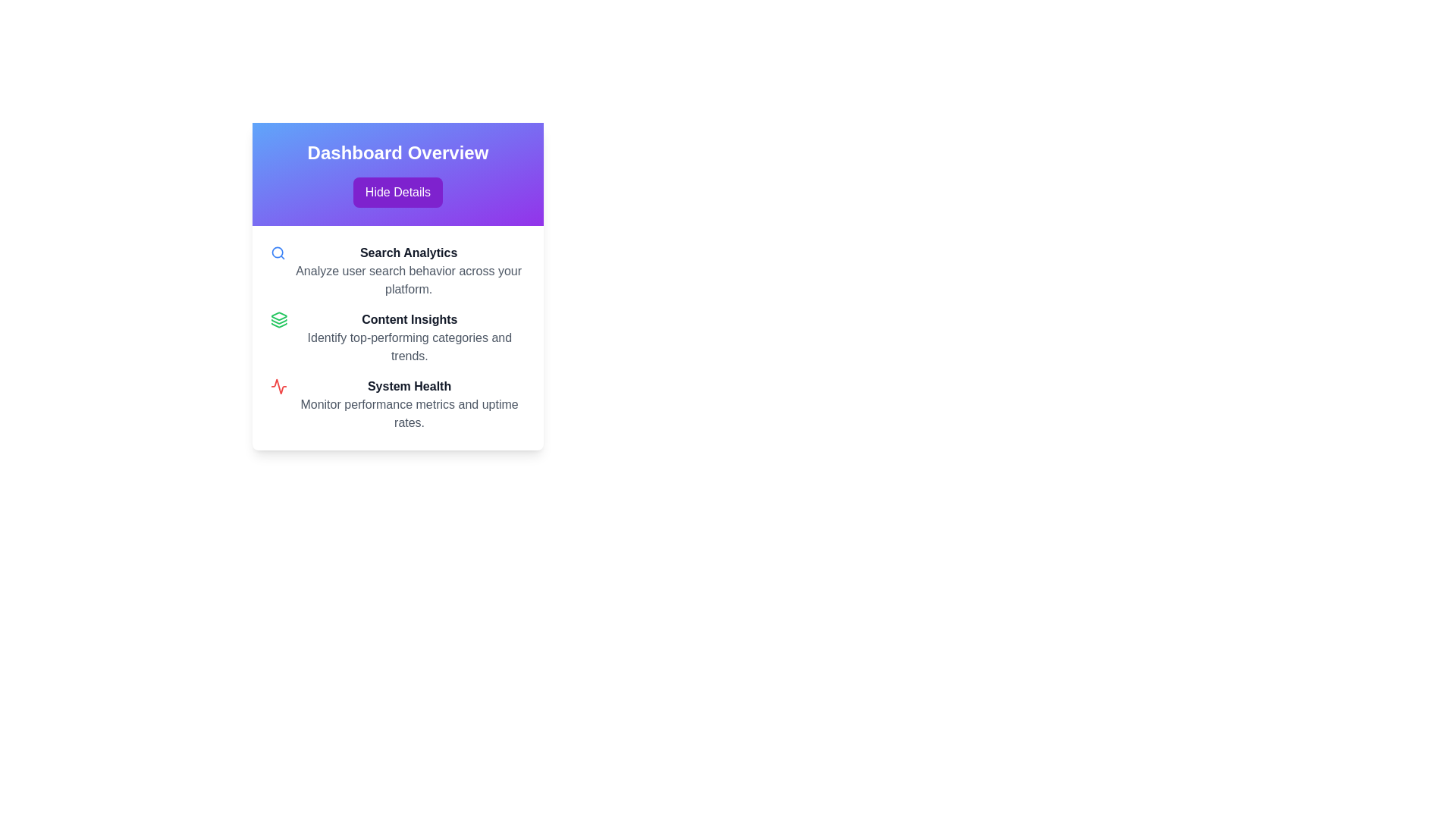  What do you see at coordinates (409, 281) in the screenshot?
I see `the descriptive text element about 'Search Analytics'` at bounding box center [409, 281].